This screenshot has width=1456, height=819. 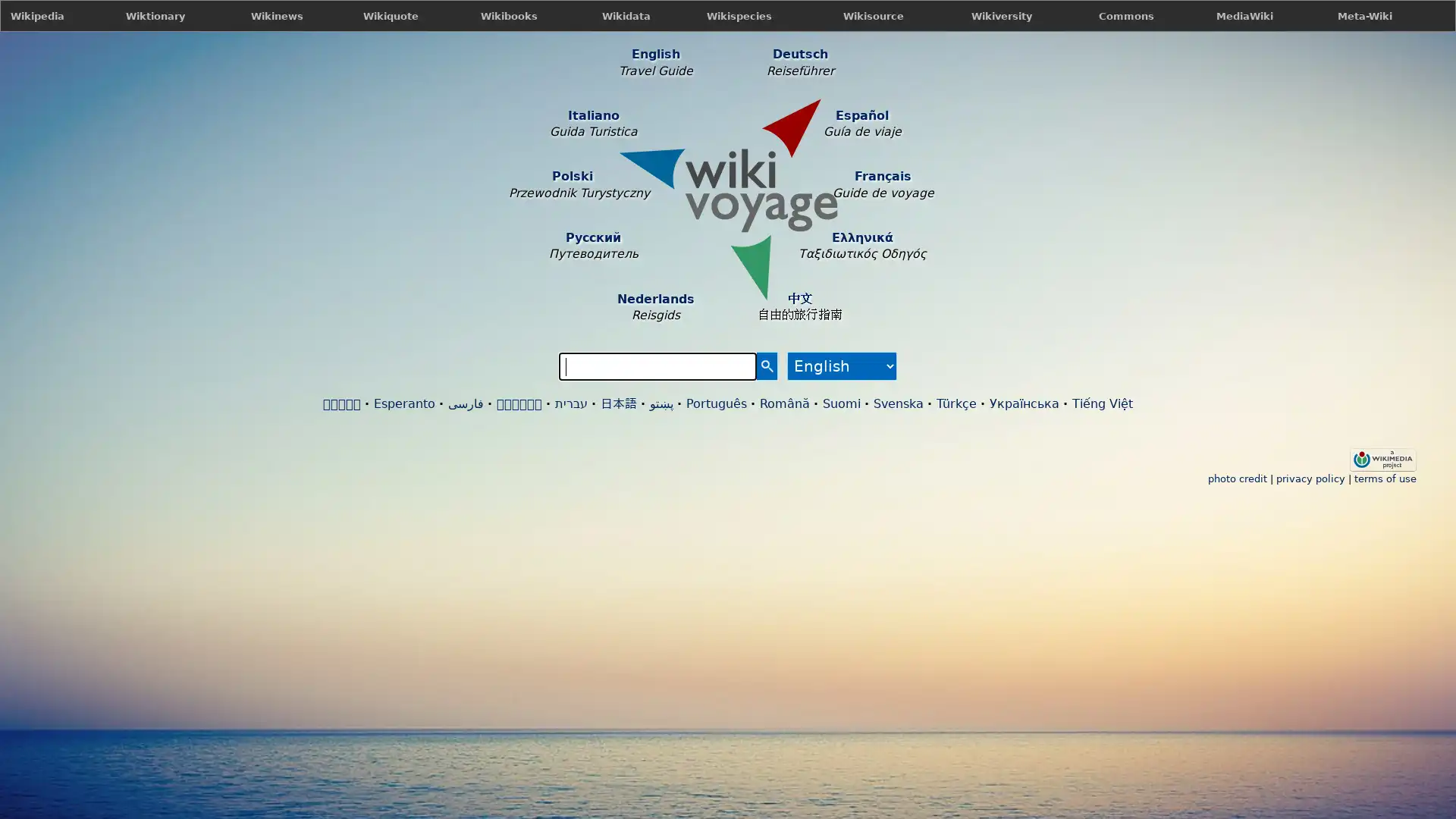 What do you see at coordinates (767, 366) in the screenshot?
I see `Search` at bounding box center [767, 366].